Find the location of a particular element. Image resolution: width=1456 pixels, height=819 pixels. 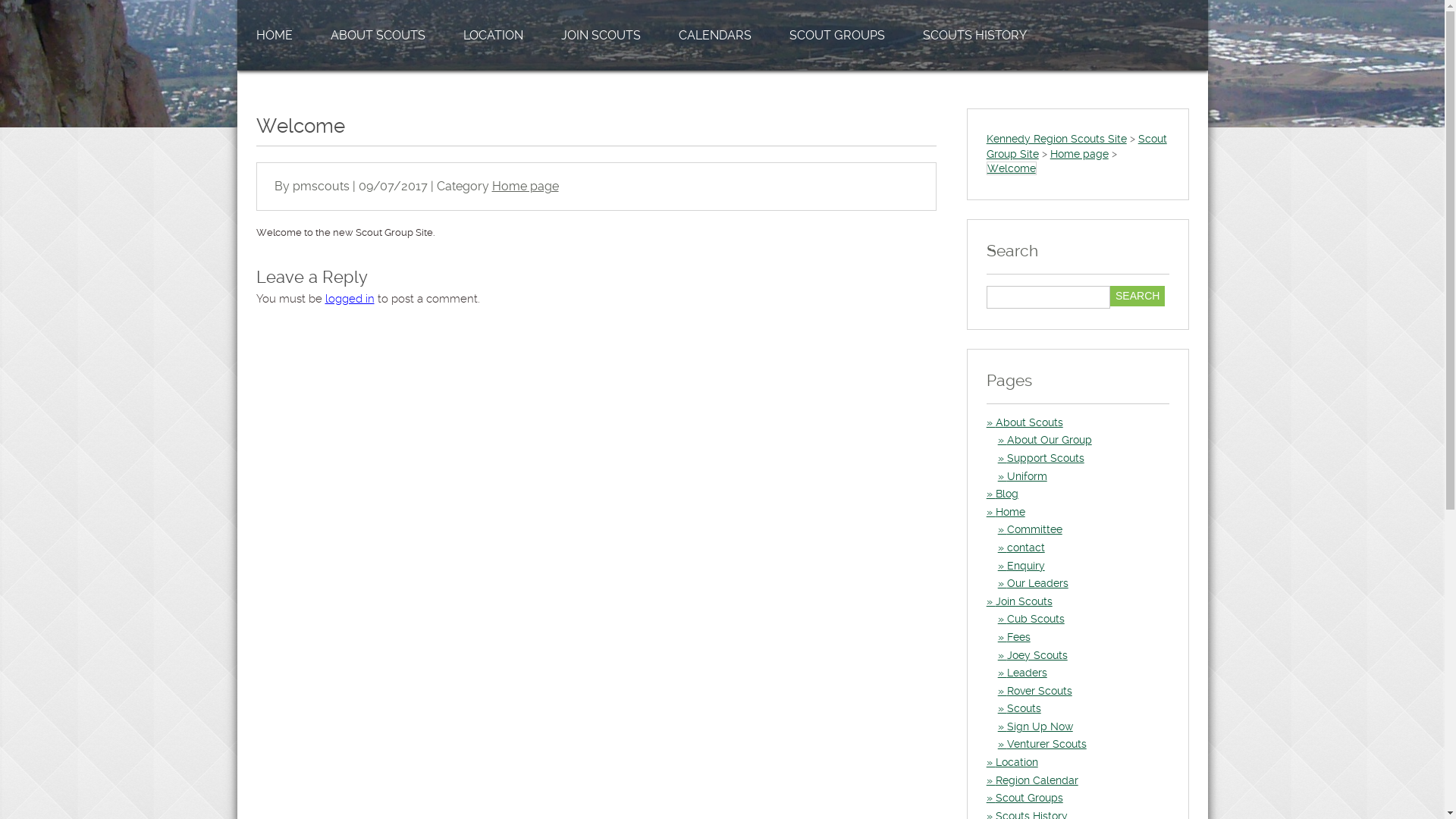

'Fees' is located at coordinates (1014, 637).